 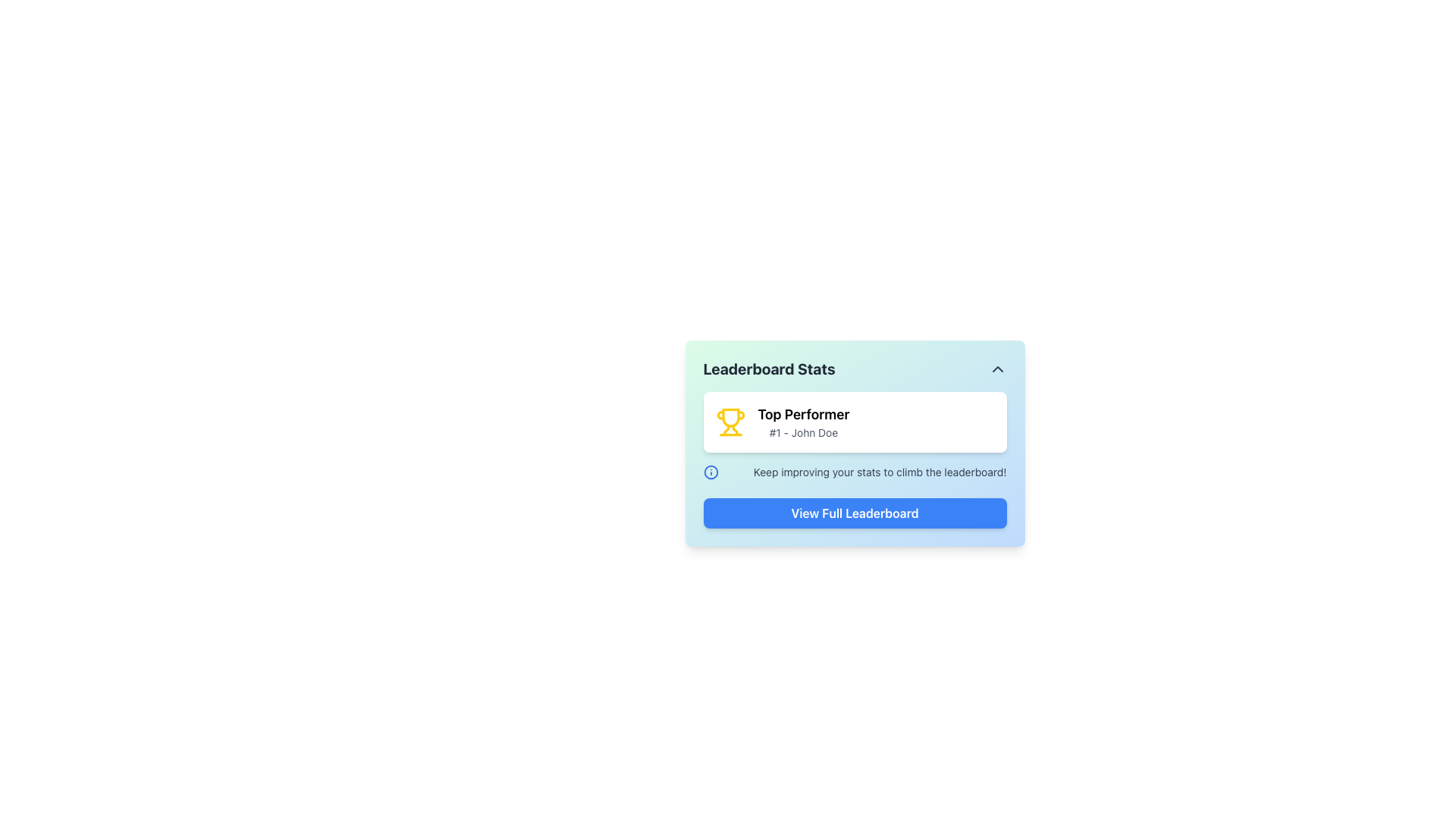 I want to click on the information icon located to the left of the text 'Keep improving your stats to climb the leaderboard!', so click(x=710, y=472).